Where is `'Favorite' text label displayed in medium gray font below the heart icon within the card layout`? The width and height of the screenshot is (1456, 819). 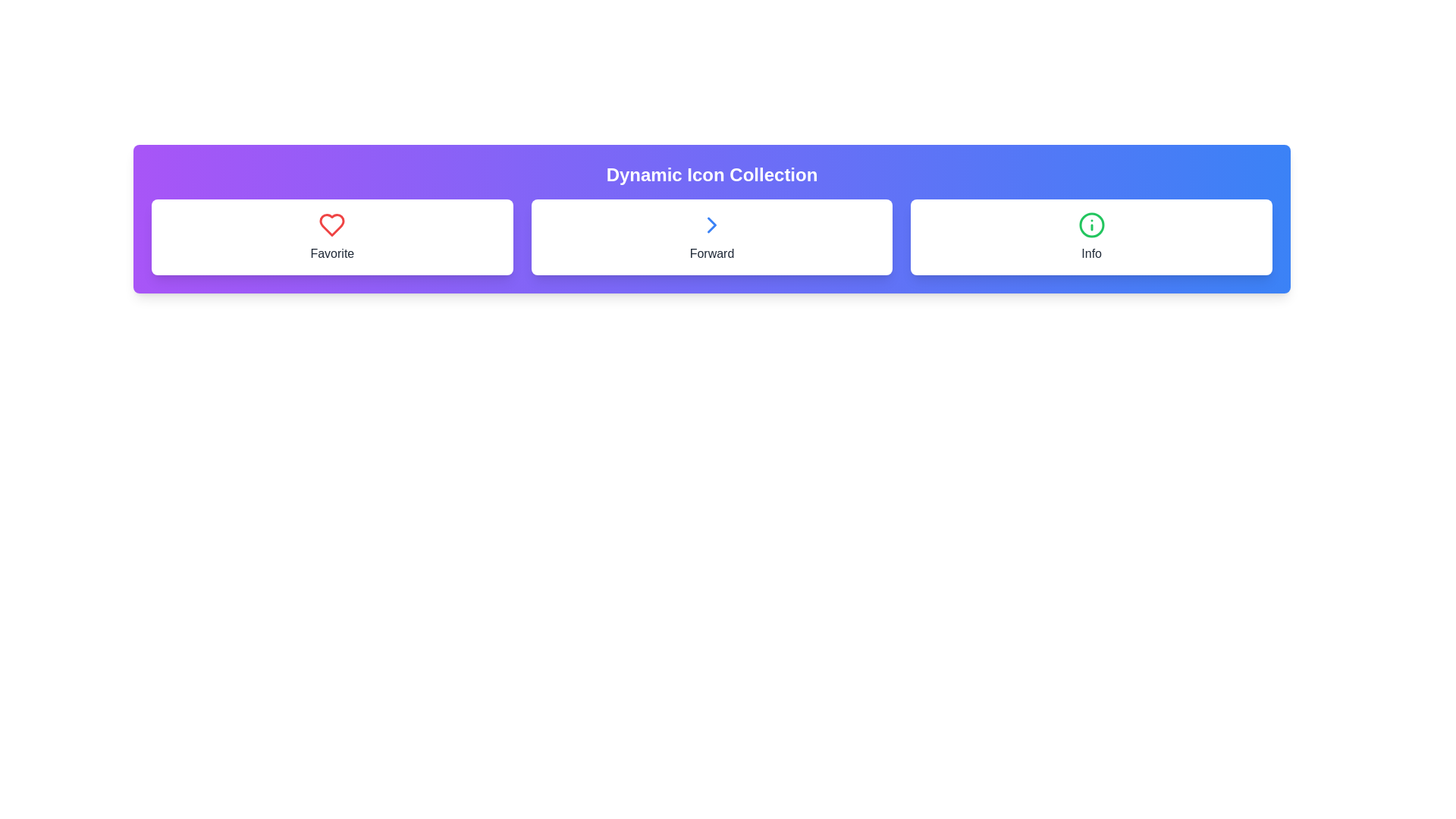 'Favorite' text label displayed in medium gray font below the heart icon within the card layout is located at coordinates (331, 253).